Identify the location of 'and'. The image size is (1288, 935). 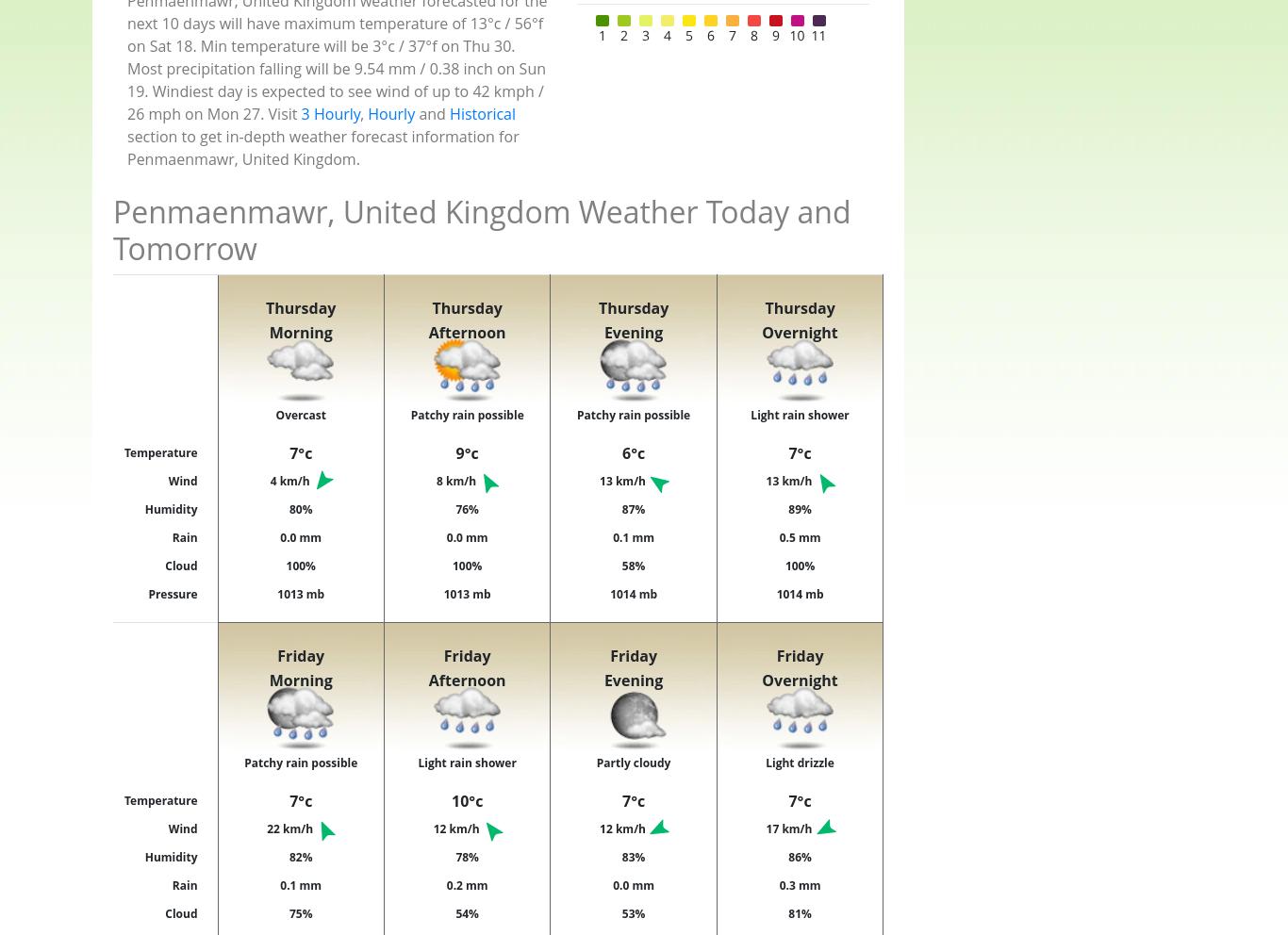
(432, 113).